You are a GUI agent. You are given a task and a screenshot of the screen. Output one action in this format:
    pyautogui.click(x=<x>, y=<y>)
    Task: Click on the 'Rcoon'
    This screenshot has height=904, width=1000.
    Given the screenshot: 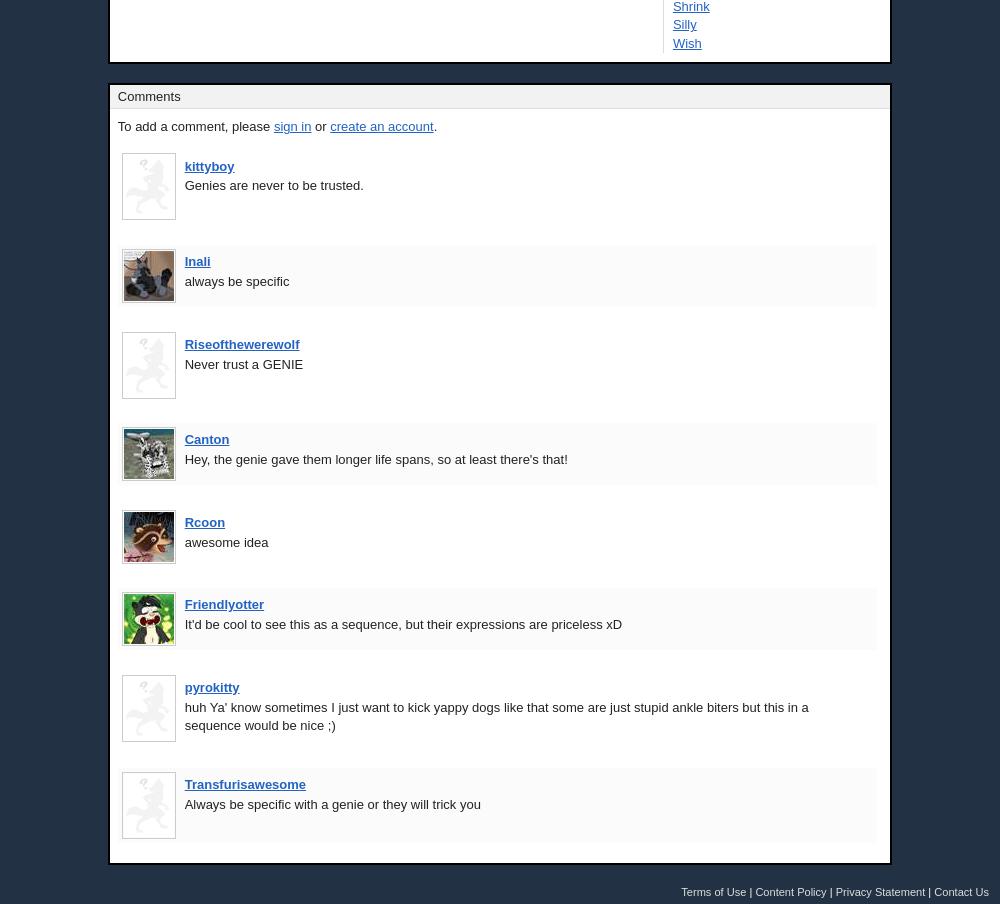 What is the action you would take?
    pyautogui.click(x=184, y=521)
    